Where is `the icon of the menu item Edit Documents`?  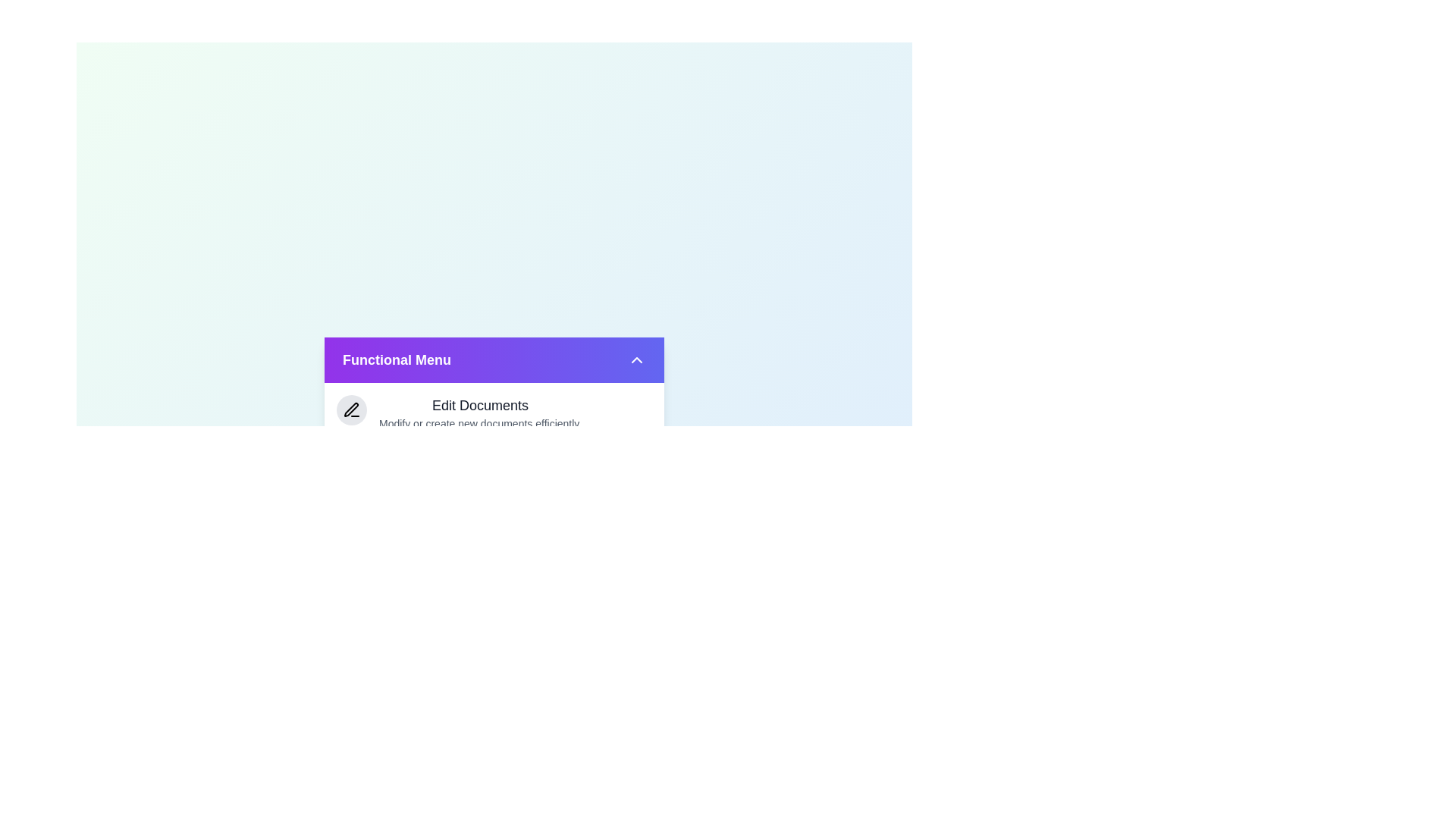
the icon of the menu item Edit Documents is located at coordinates (351, 409).